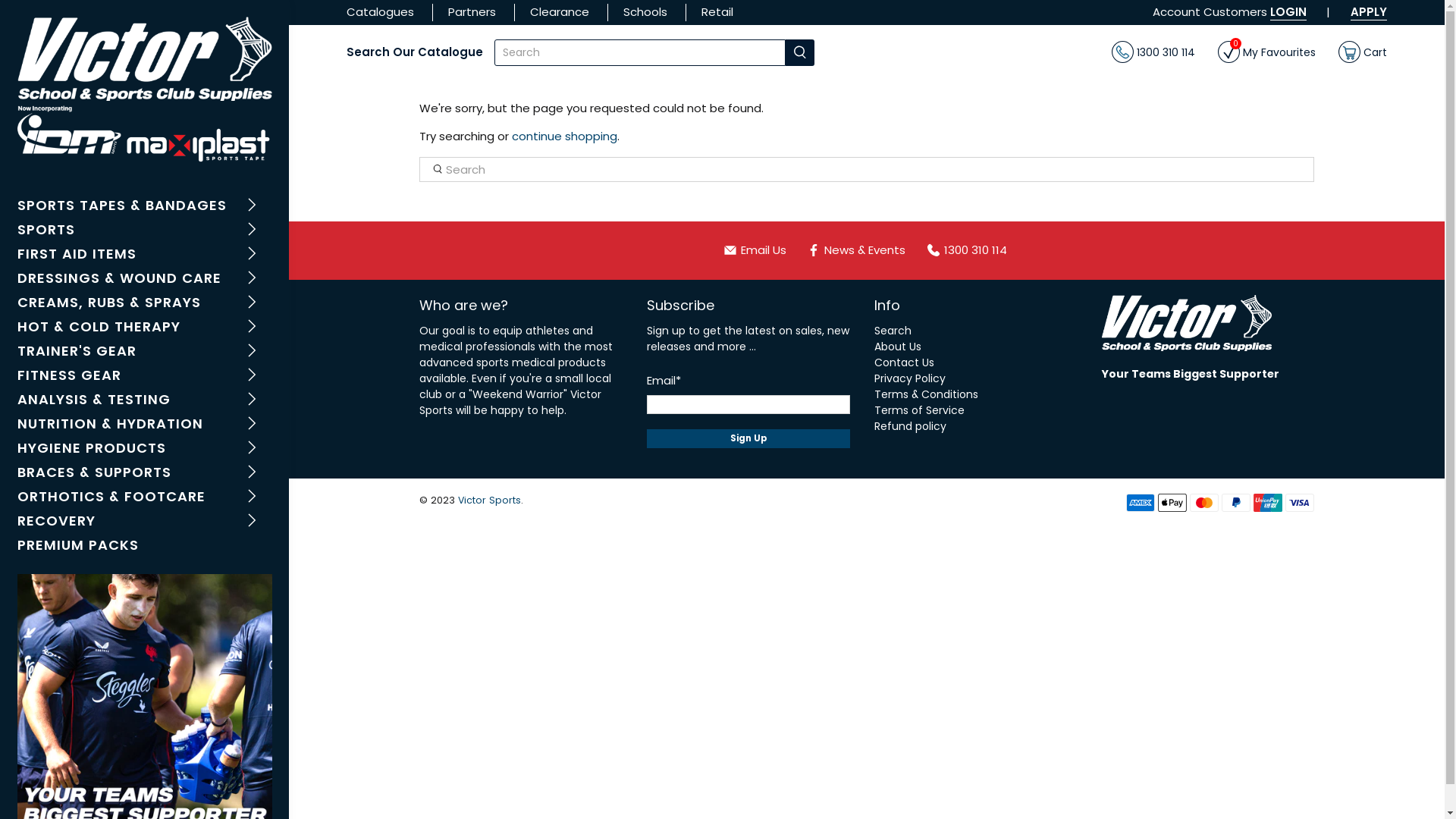 This screenshot has height=819, width=1456. What do you see at coordinates (144, 353) in the screenshot?
I see `'TRAINER'S GEAR'` at bounding box center [144, 353].